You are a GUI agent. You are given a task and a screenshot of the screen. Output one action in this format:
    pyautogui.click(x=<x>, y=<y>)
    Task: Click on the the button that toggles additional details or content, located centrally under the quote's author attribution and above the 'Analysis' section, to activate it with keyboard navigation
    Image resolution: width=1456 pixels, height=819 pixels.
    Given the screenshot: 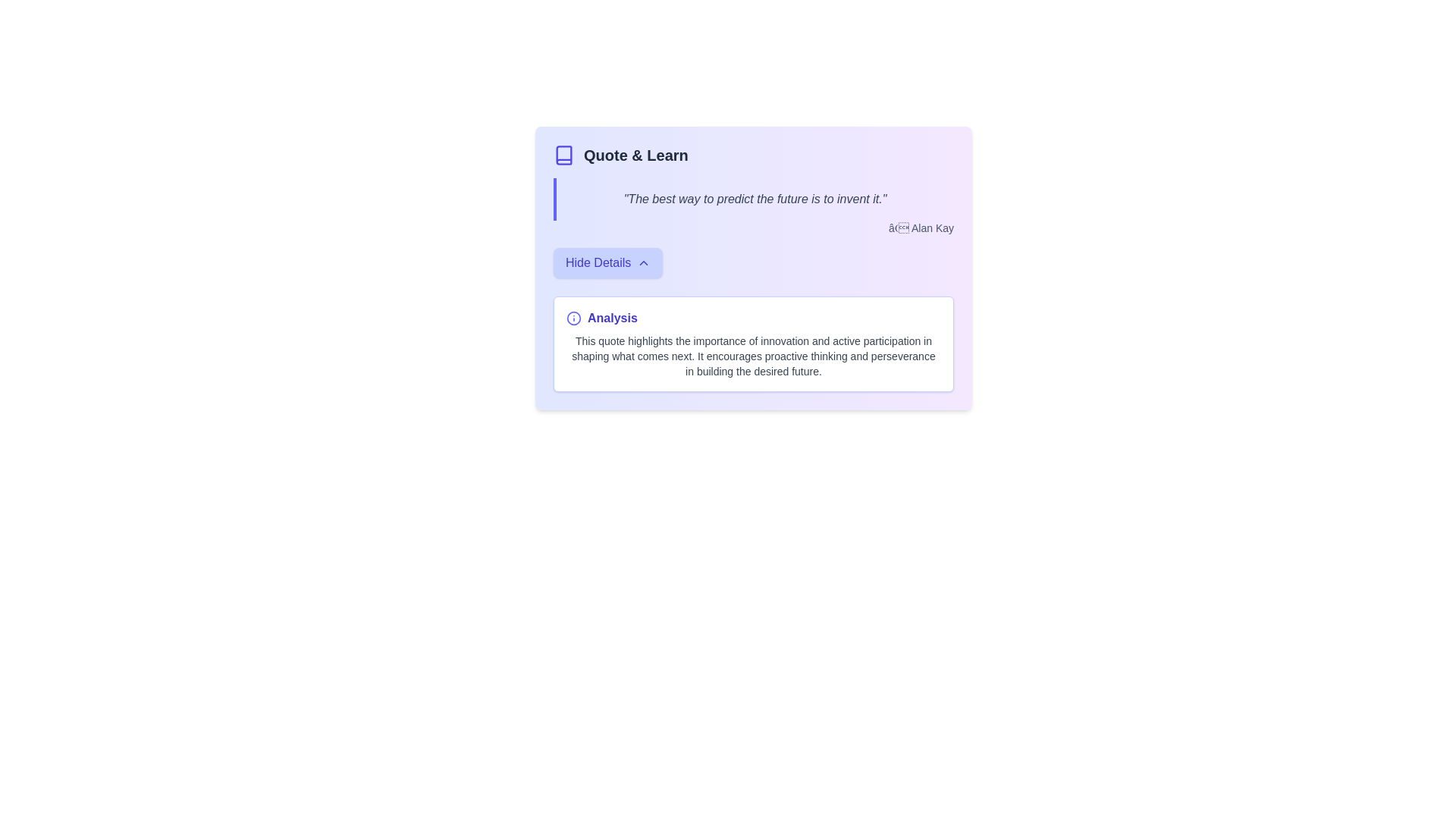 What is the action you would take?
    pyautogui.click(x=608, y=262)
    